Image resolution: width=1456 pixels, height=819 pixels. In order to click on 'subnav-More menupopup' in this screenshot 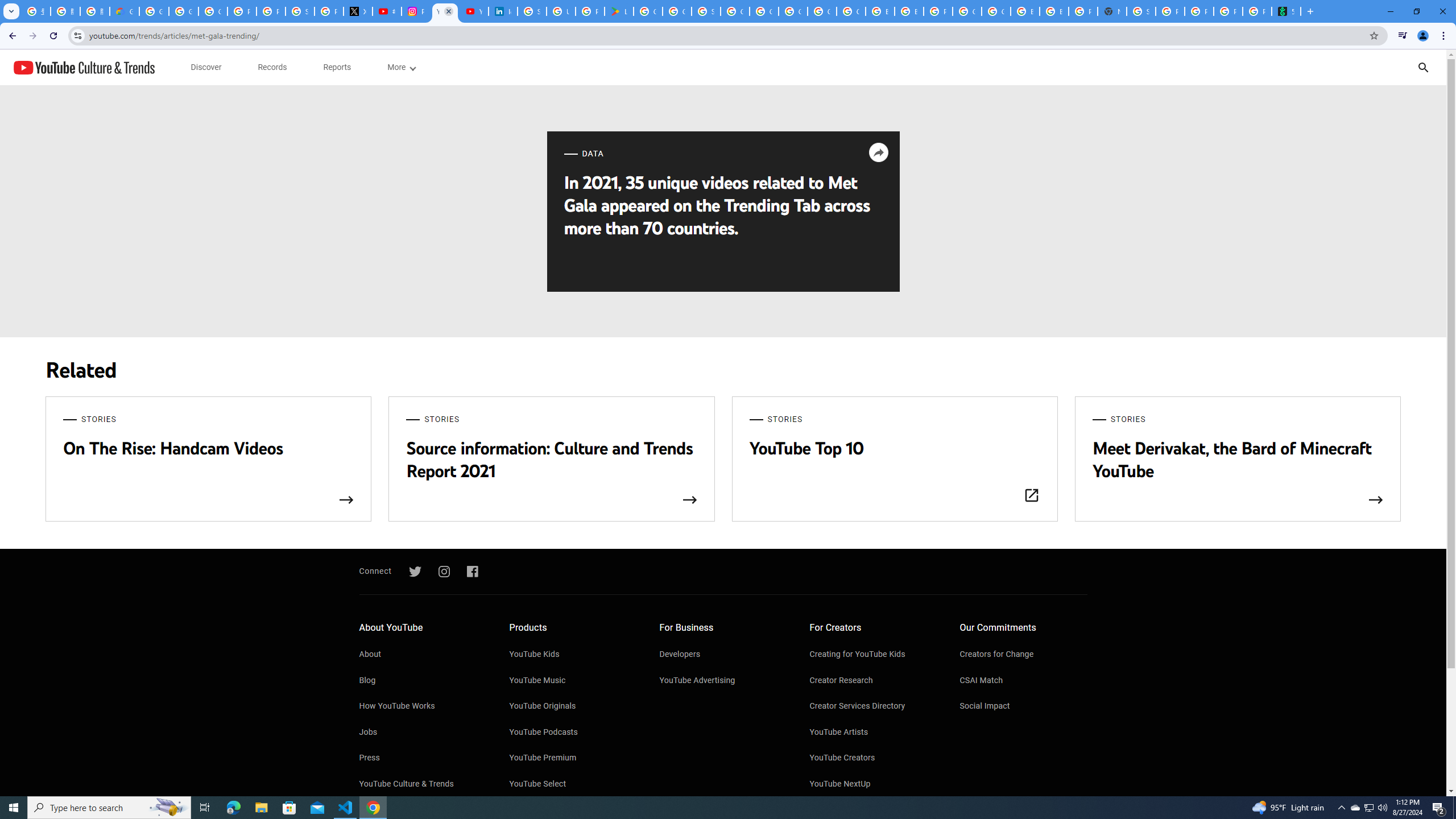, I will do `click(401, 67)`.